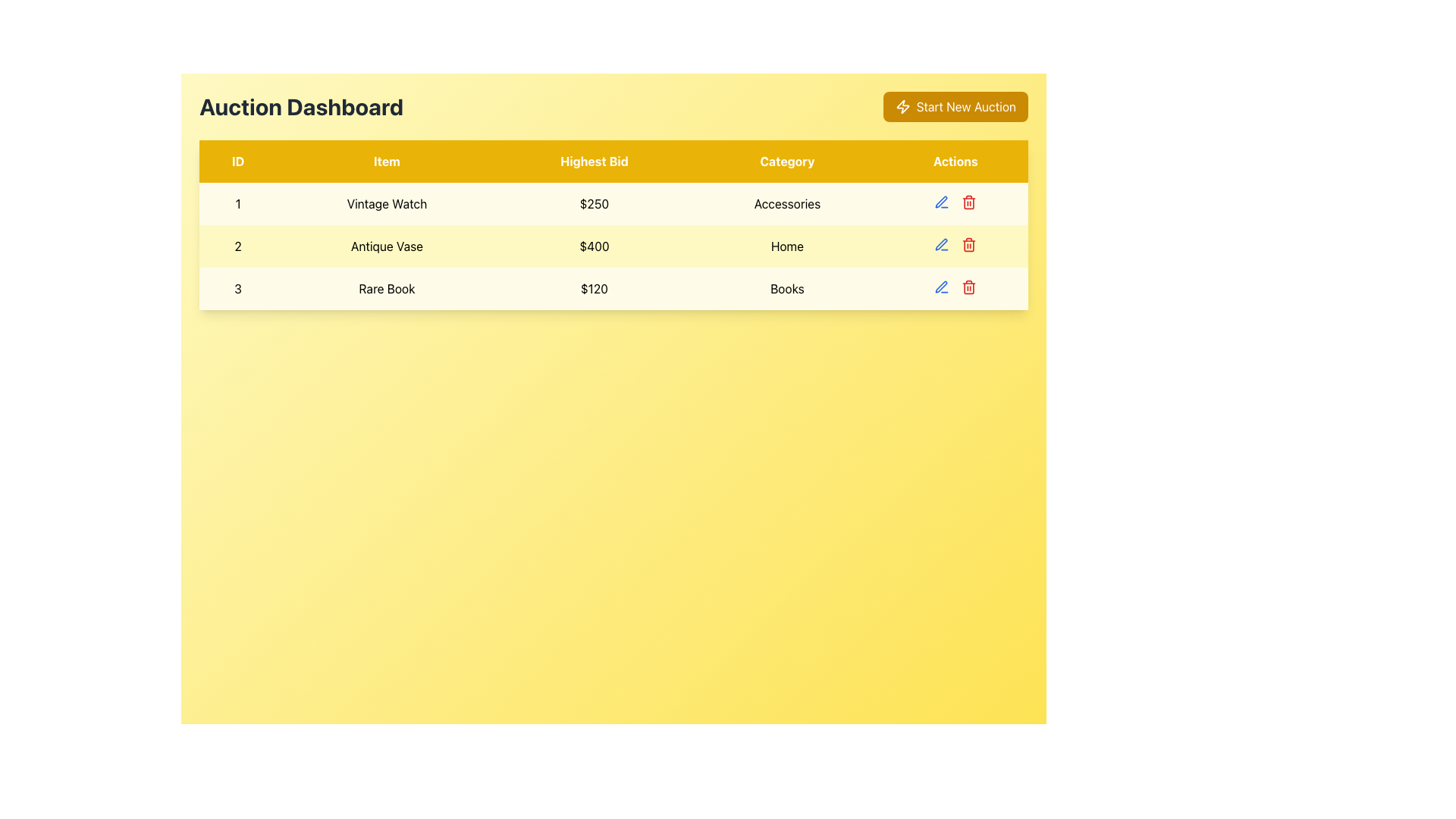 The height and width of the screenshot is (819, 1456). Describe the element at coordinates (968, 202) in the screenshot. I see `the inner outline of the trashcan icon located in the 'Actions' column of the last row of the displayed table` at that location.